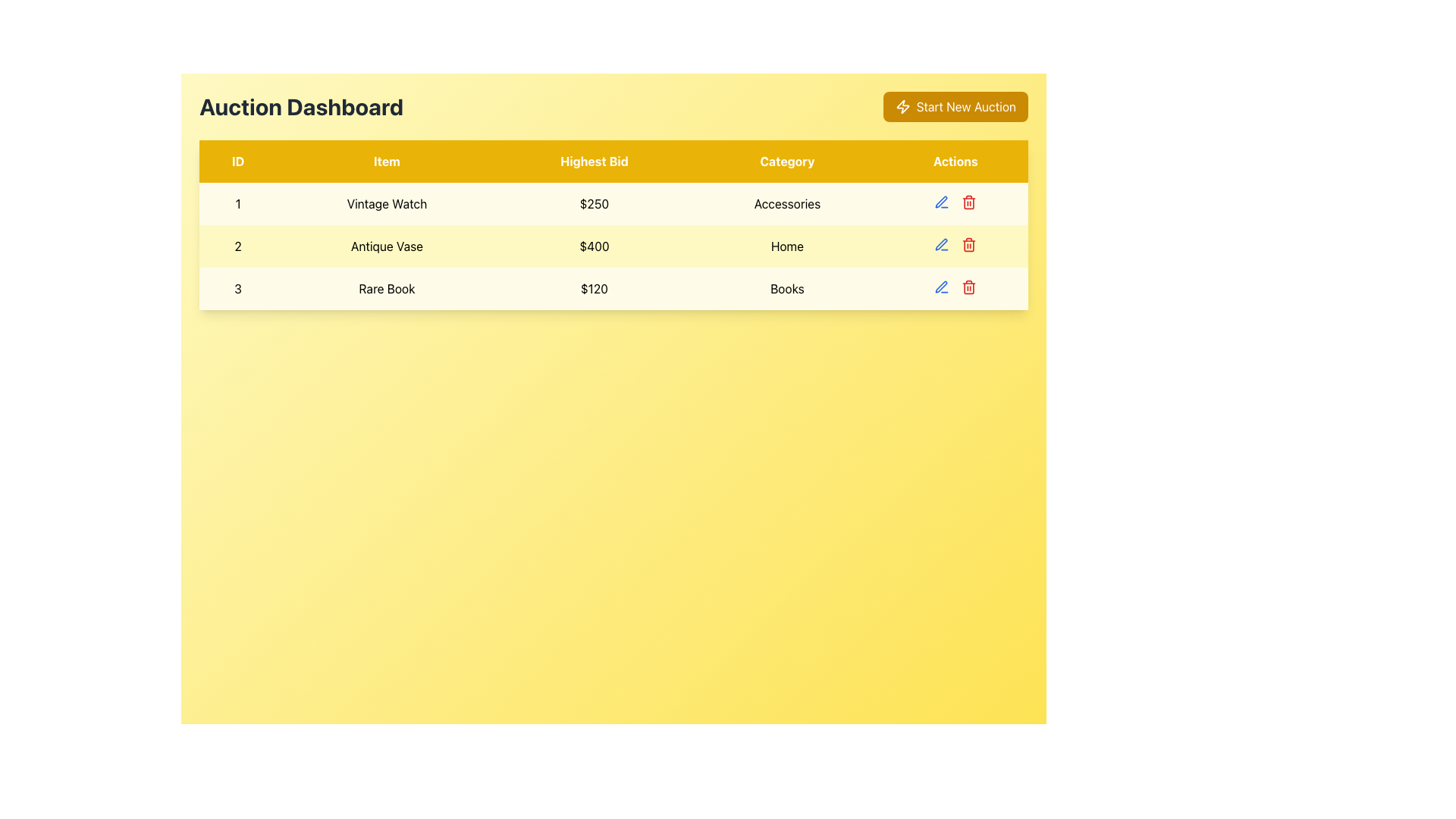 The height and width of the screenshot is (819, 1456). Describe the element at coordinates (968, 202) in the screenshot. I see `the inner outline of the trashcan icon located in the 'Actions' column of the last row of the displayed table` at that location.